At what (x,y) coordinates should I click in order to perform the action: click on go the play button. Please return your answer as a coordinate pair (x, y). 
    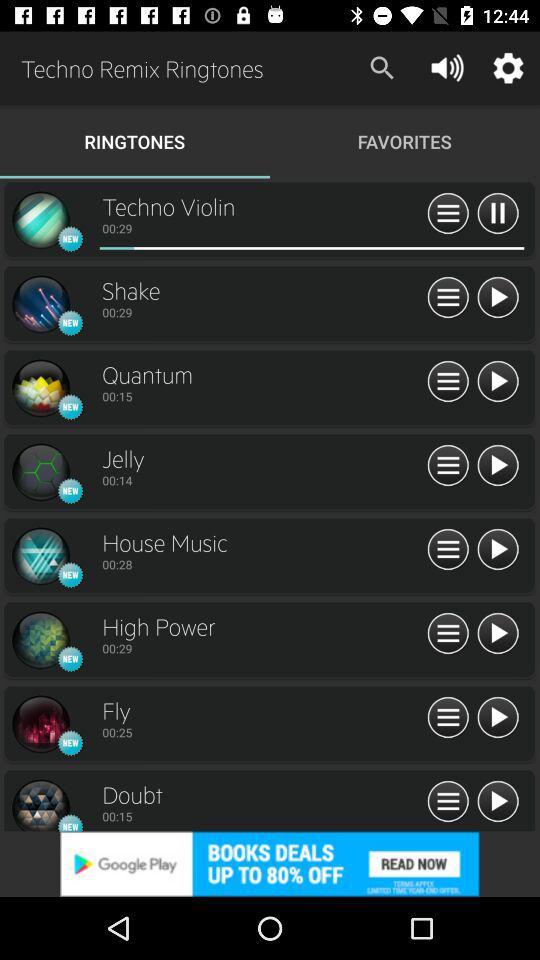
    Looking at the image, I should click on (496, 297).